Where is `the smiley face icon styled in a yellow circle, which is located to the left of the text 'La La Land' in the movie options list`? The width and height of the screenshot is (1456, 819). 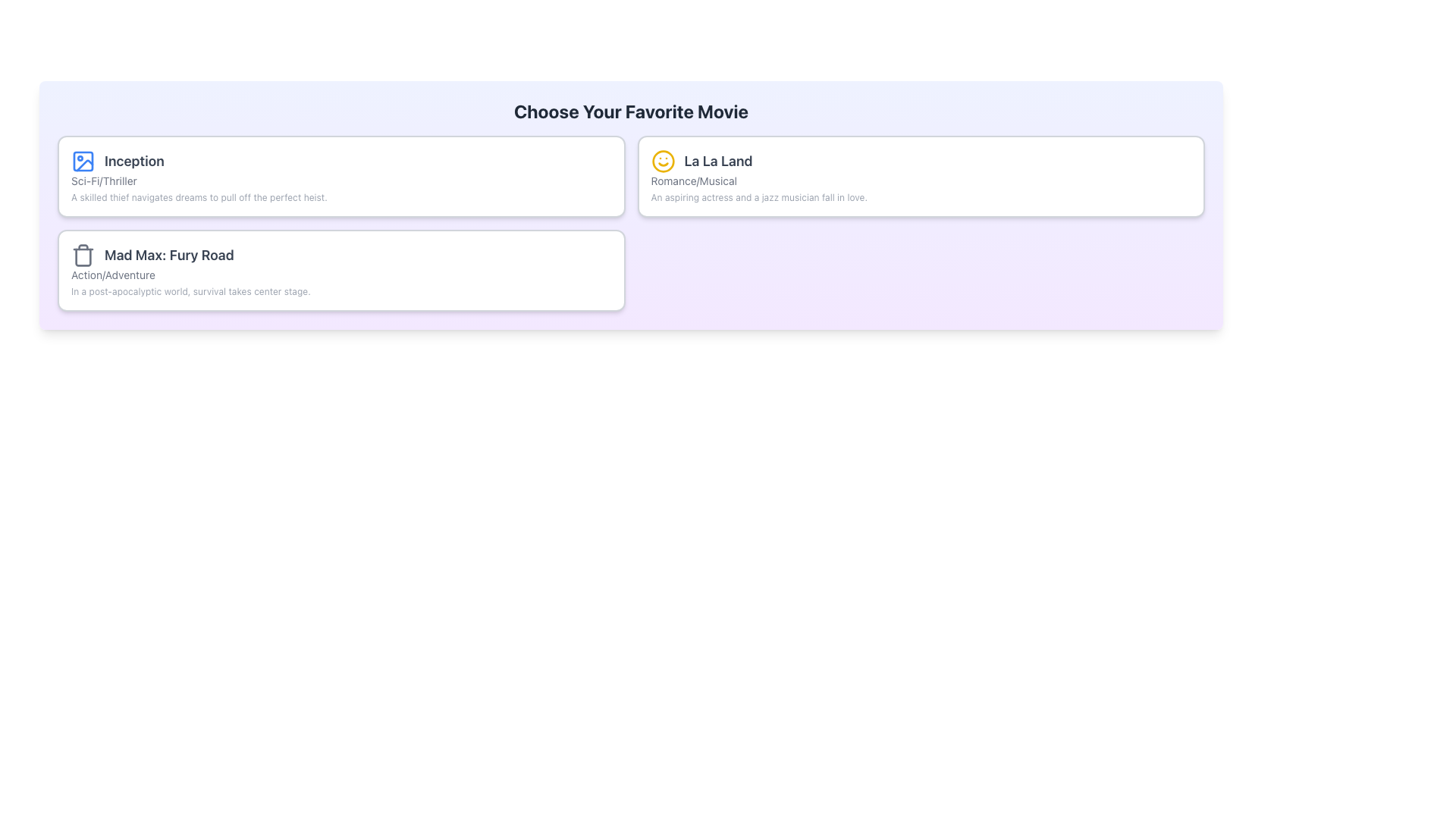 the smiley face icon styled in a yellow circle, which is located to the left of the text 'La La Land' in the movie options list is located at coordinates (663, 161).